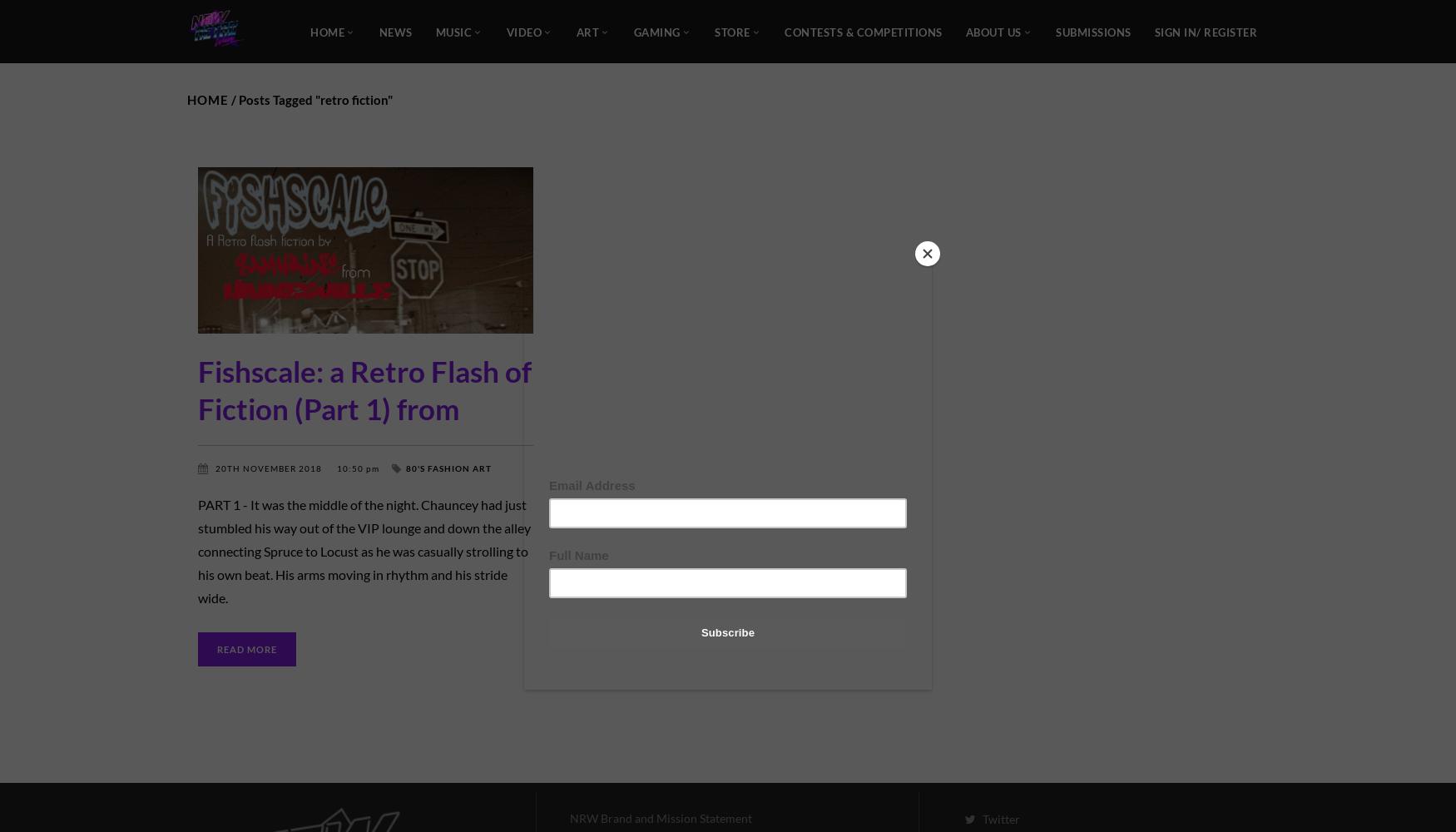  What do you see at coordinates (364, 551) in the screenshot?
I see `'PART 1 -
It was the middle of the night.

Chauncey had just stumbled his way out of the VIP lounge and down the alley connecting Spruce to Locust as he was casually strolling to his own beat. His arms moving in rhythm and his stride wide.'` at bounding box center [364, 551].